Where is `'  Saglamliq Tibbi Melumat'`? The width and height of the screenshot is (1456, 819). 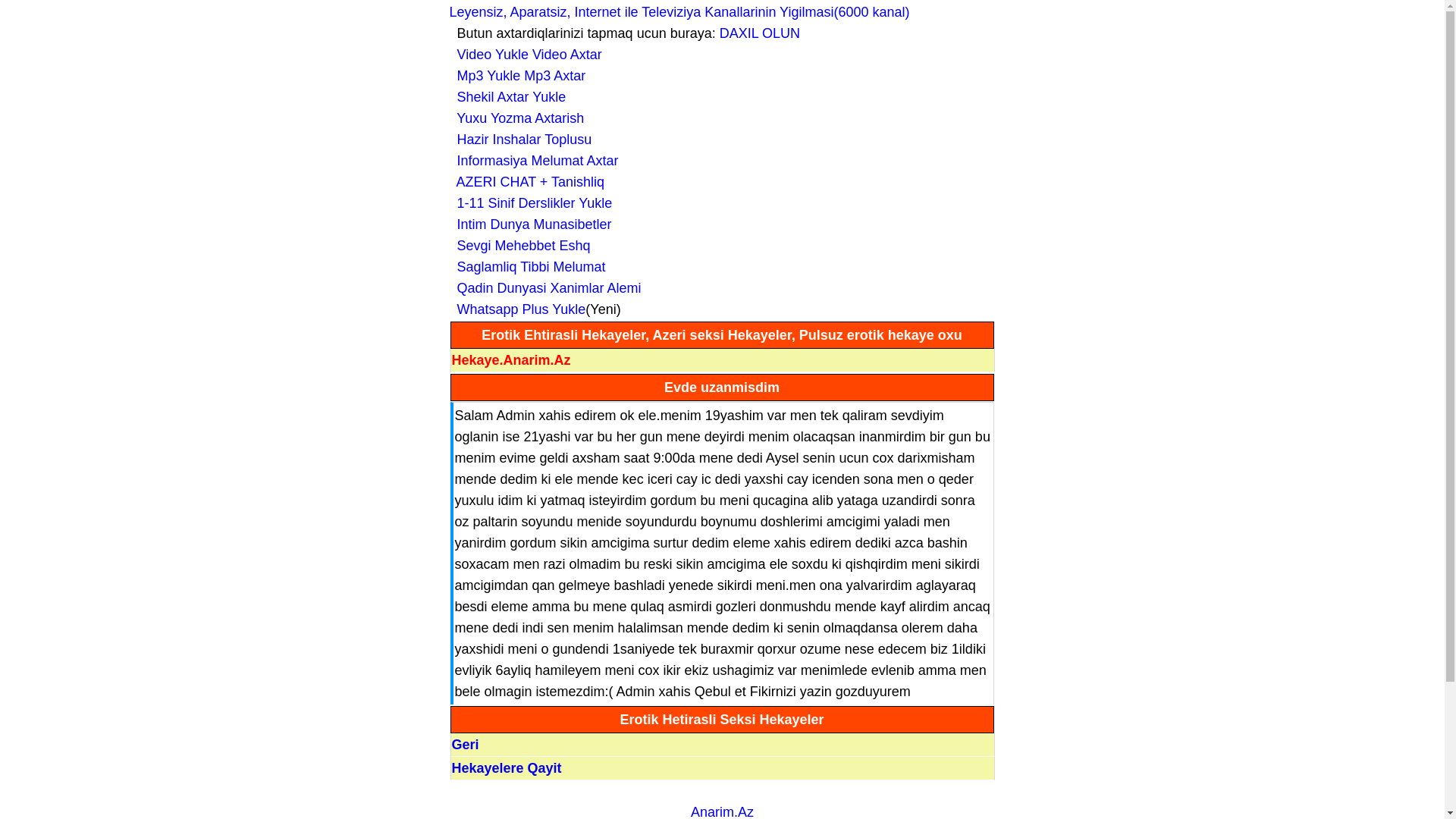 '  Saglamliq Tibbi Melumat' is located at coordinates (527, 265).